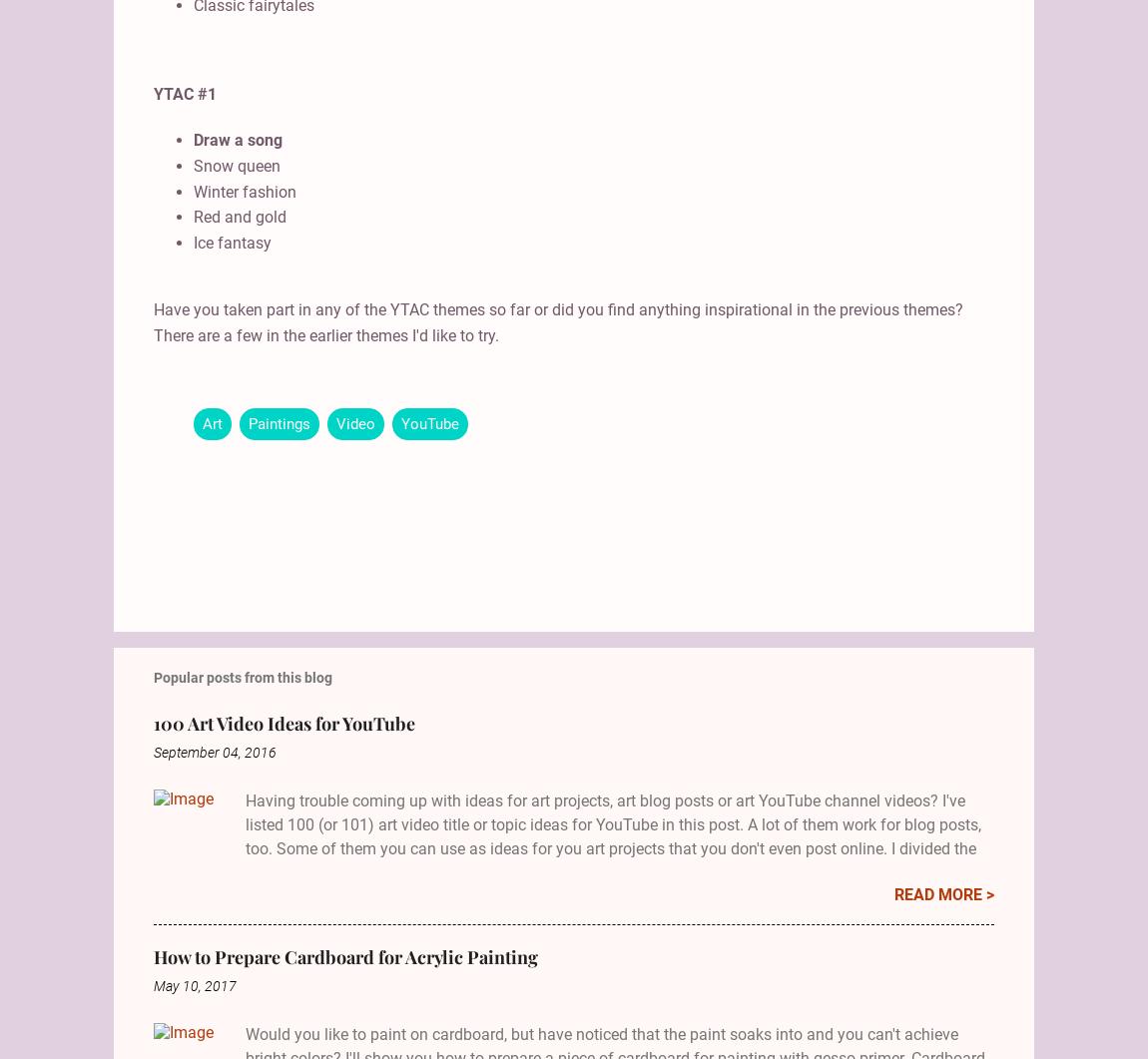  What do you see at coordinates (355, 424) in the screenshot?
I see `'Video'` at bounding box center [355, 424].